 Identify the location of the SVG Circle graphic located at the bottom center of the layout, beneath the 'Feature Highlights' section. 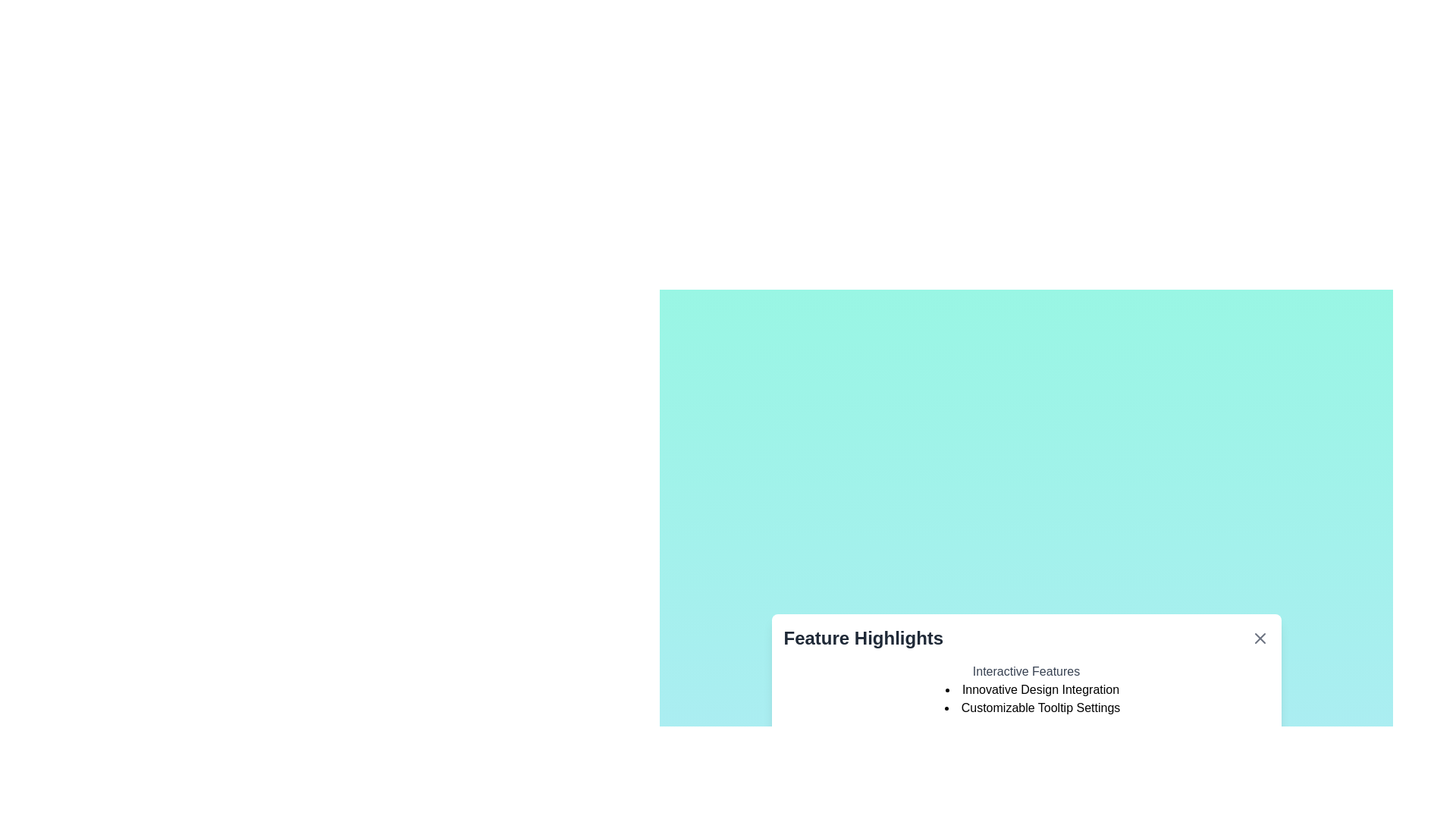
(997, 754).